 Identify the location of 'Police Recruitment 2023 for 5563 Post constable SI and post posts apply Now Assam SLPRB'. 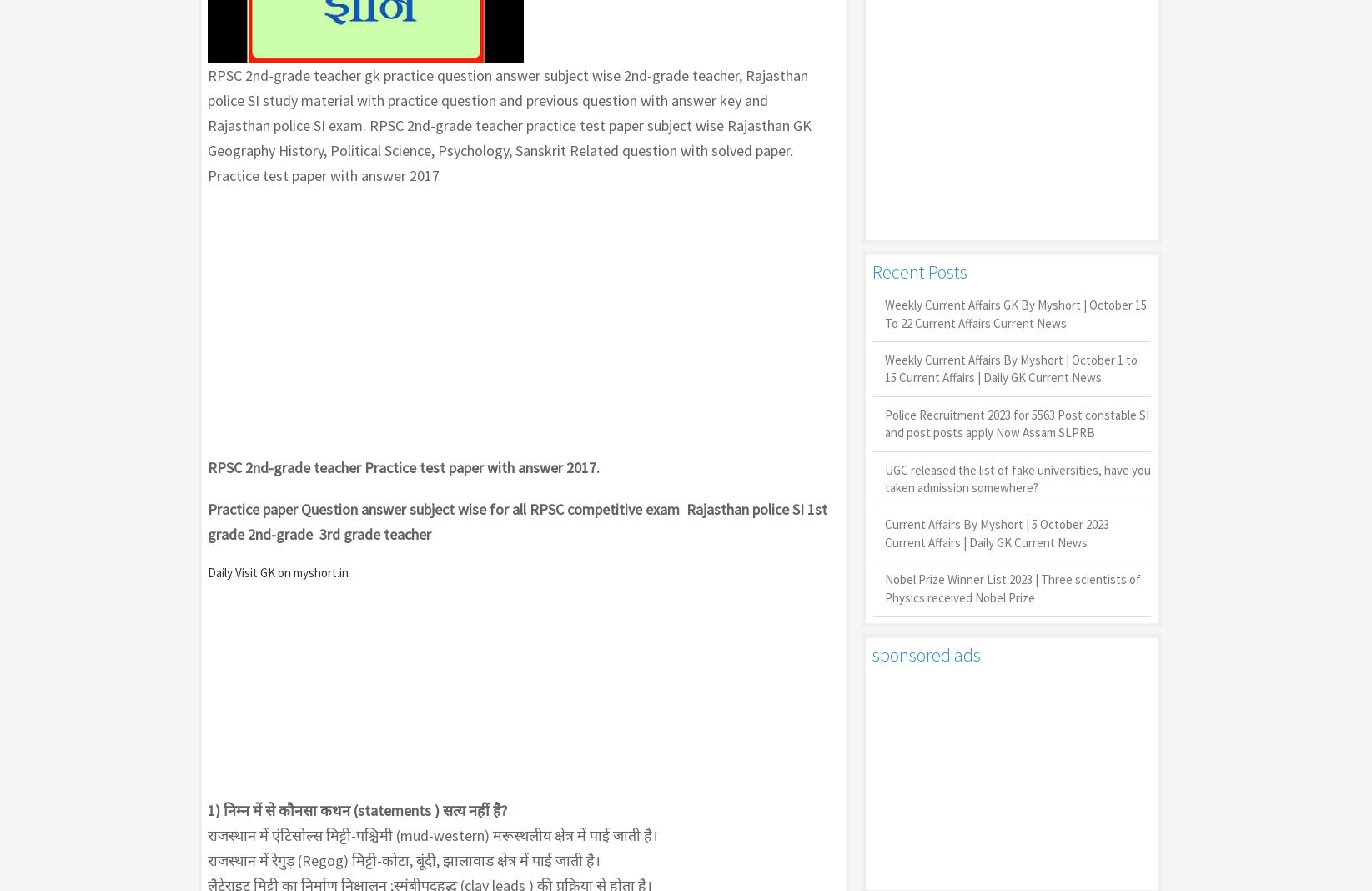
(1016, 423).